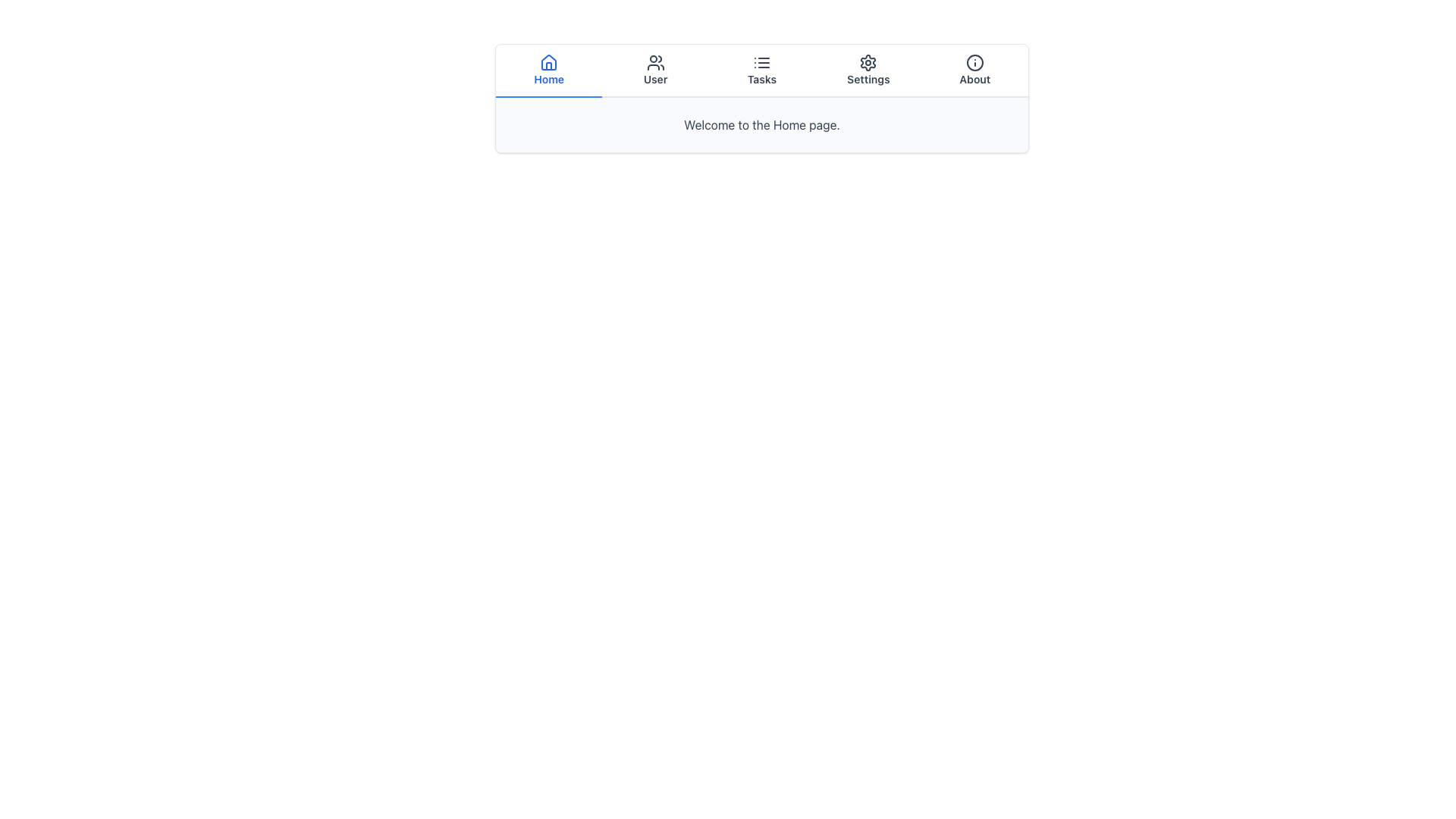 This screenshot has width=1456, height=819. What do you see at coordinates (548, 79) in the screenshot?
I see `the 'Home' label in the navigation bar, which is displayed in a bold blue font and is located under a house icon` at bounding box center [548, 79].